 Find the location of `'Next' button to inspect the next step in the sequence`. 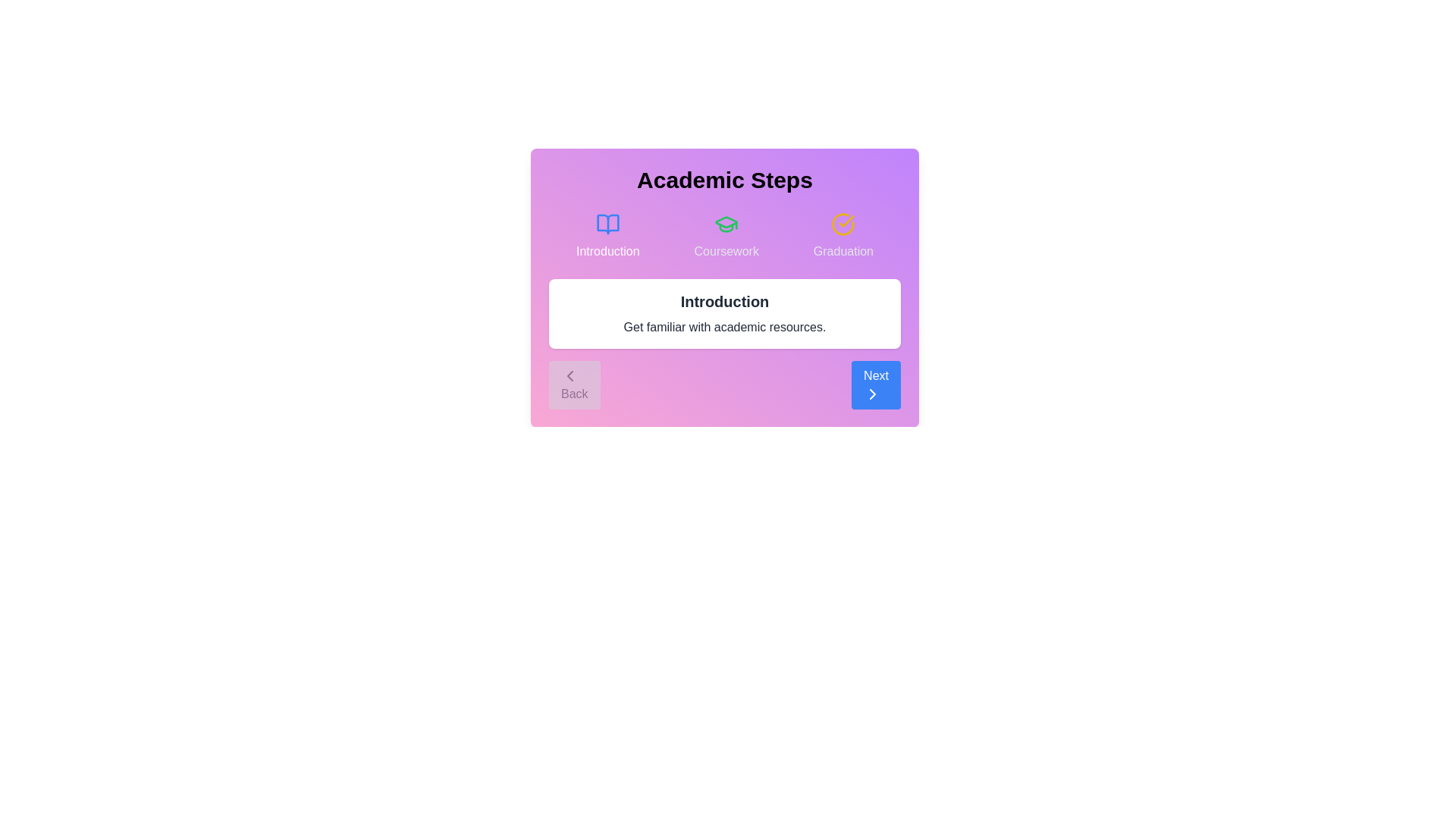

'Next' button to inspect the next step in the sequence is located at coordinates (876, 384).